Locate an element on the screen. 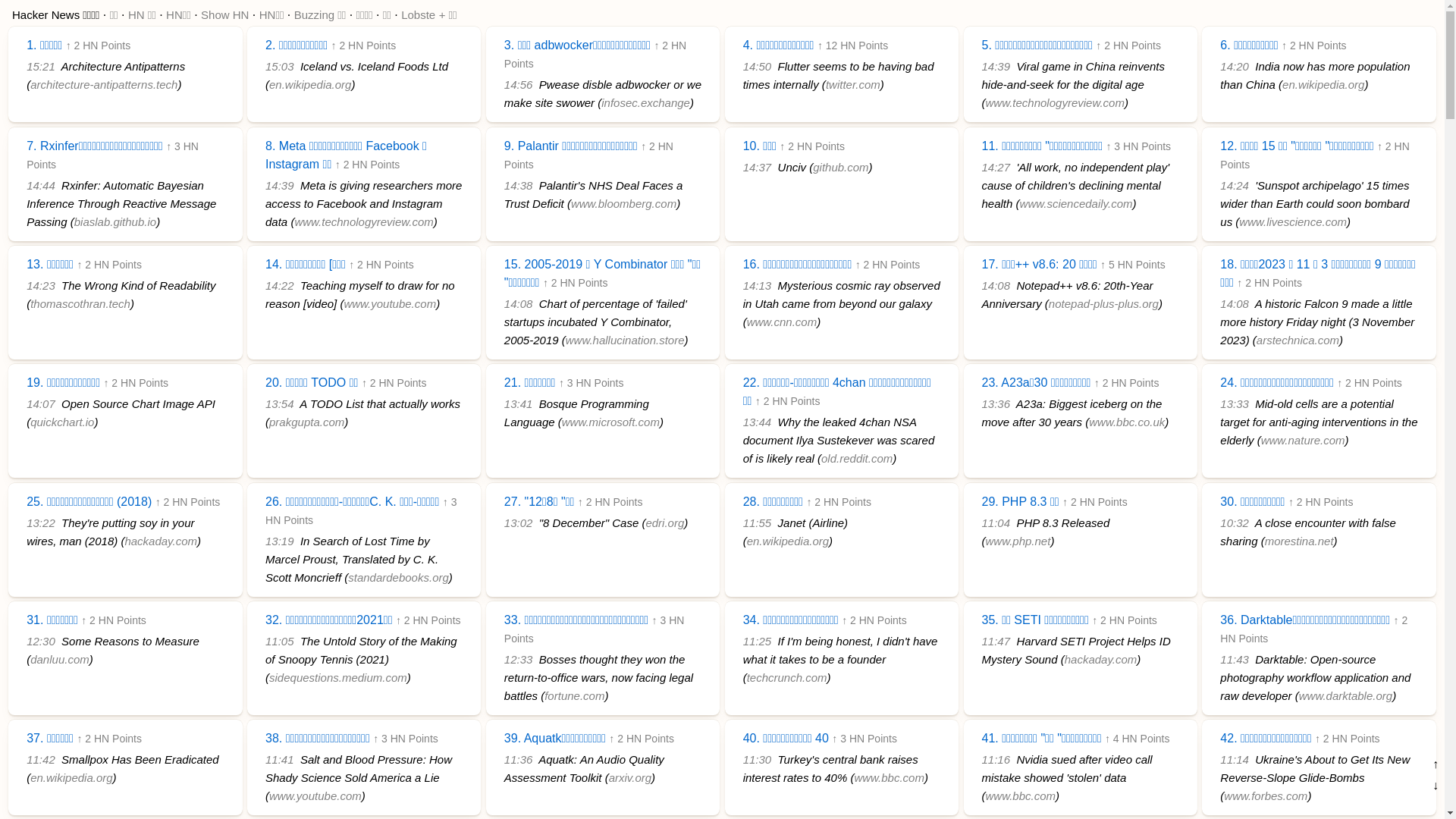  '11:43' is located at coordinates (1234, 658).